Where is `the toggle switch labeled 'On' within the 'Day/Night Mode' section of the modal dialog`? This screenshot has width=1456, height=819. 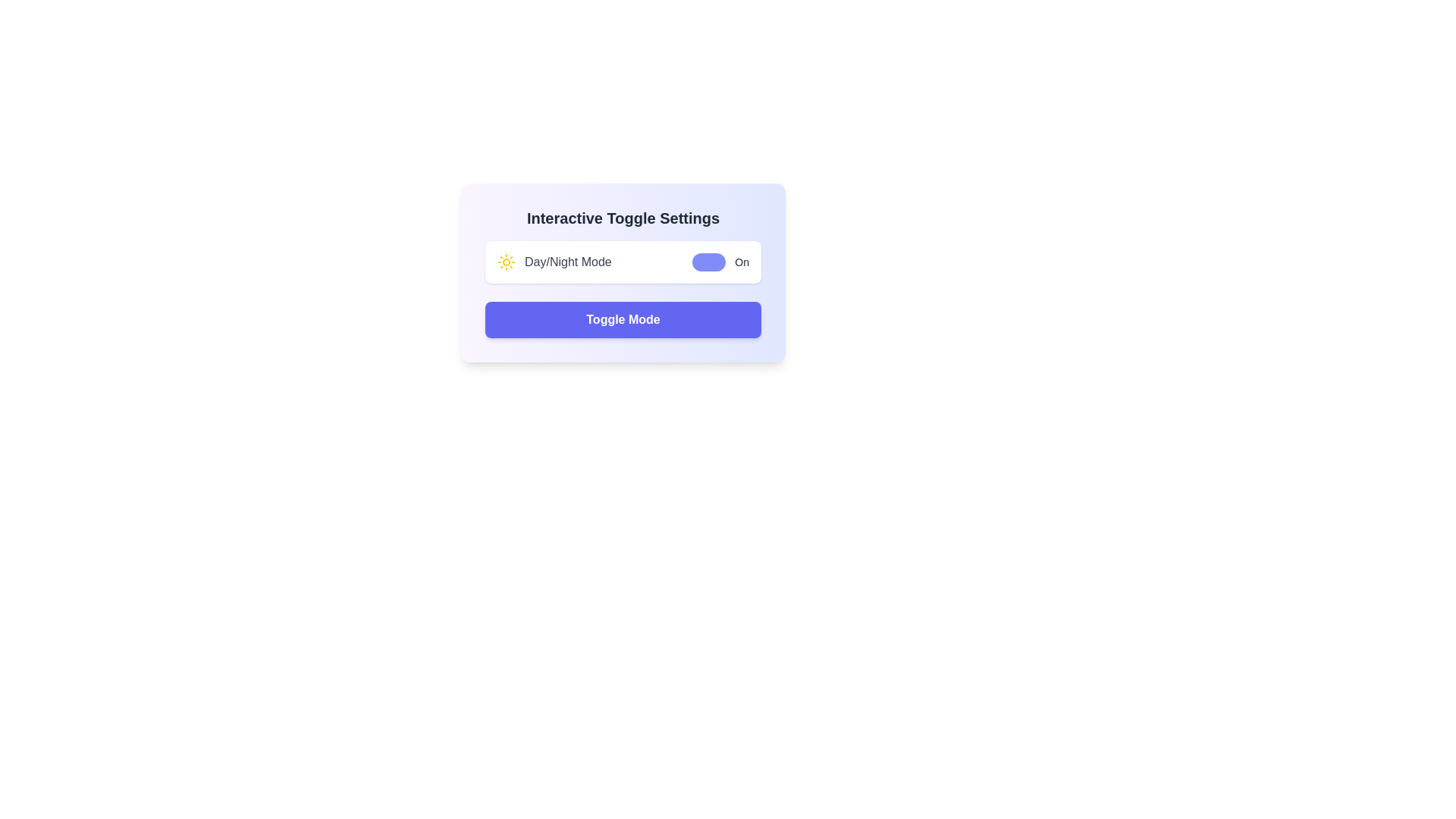
the toggle switch labeled 'On' within the 'Day/Night Mode' section of the modal dialog is located at coordinates (720, 262).